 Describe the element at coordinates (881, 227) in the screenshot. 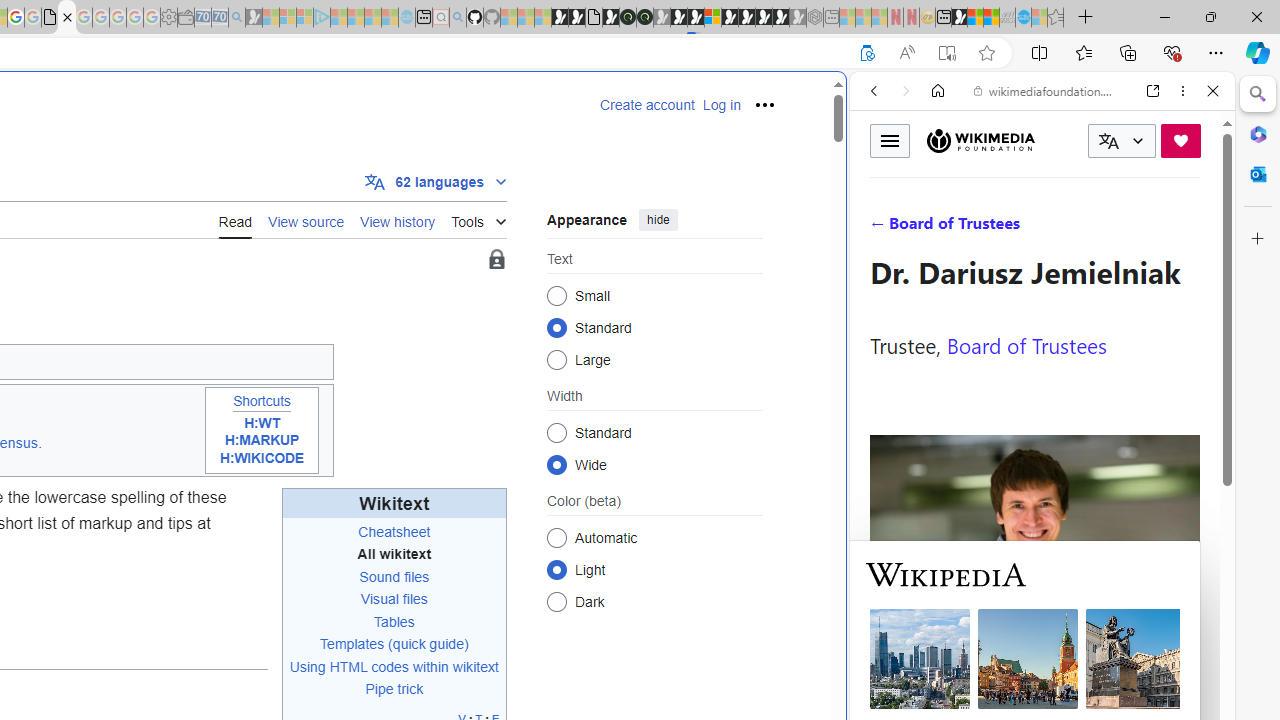

I see `'Search Filter, WEB'` at that location.